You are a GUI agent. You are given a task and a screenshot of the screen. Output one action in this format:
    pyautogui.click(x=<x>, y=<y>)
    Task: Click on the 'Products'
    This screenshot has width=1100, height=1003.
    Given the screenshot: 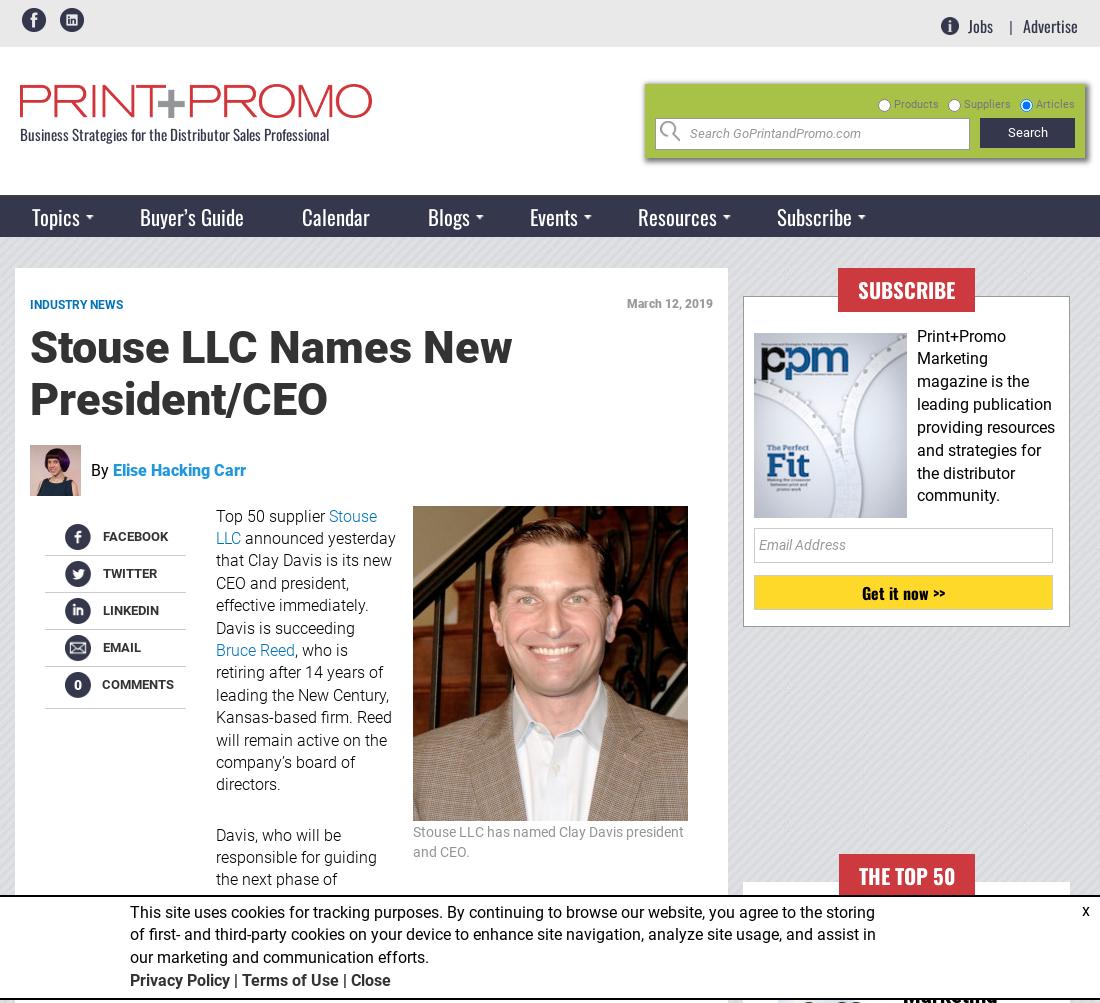 What is the action you would take?
    pyautogui.click(x=916, y=102)
    